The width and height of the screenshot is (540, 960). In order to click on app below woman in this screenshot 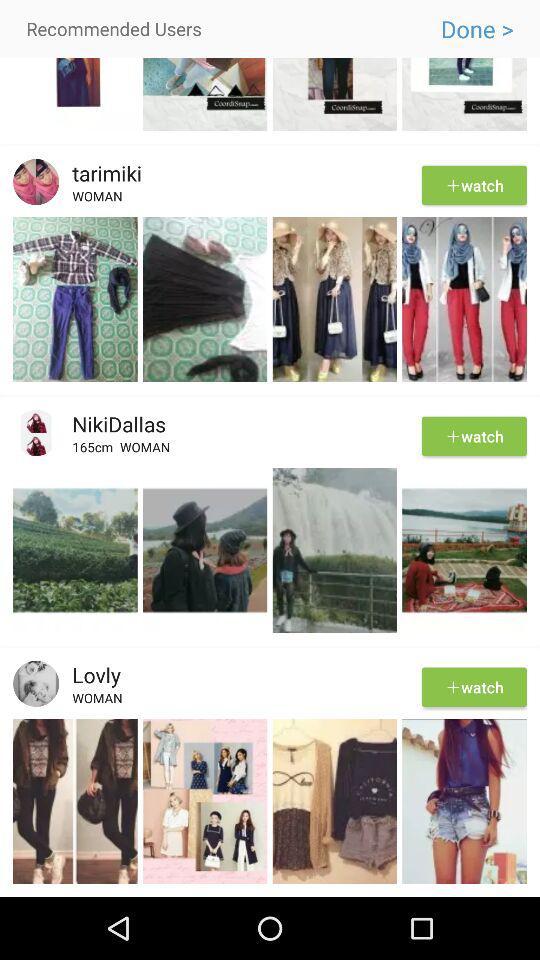, I will do `click(270, 214)`.